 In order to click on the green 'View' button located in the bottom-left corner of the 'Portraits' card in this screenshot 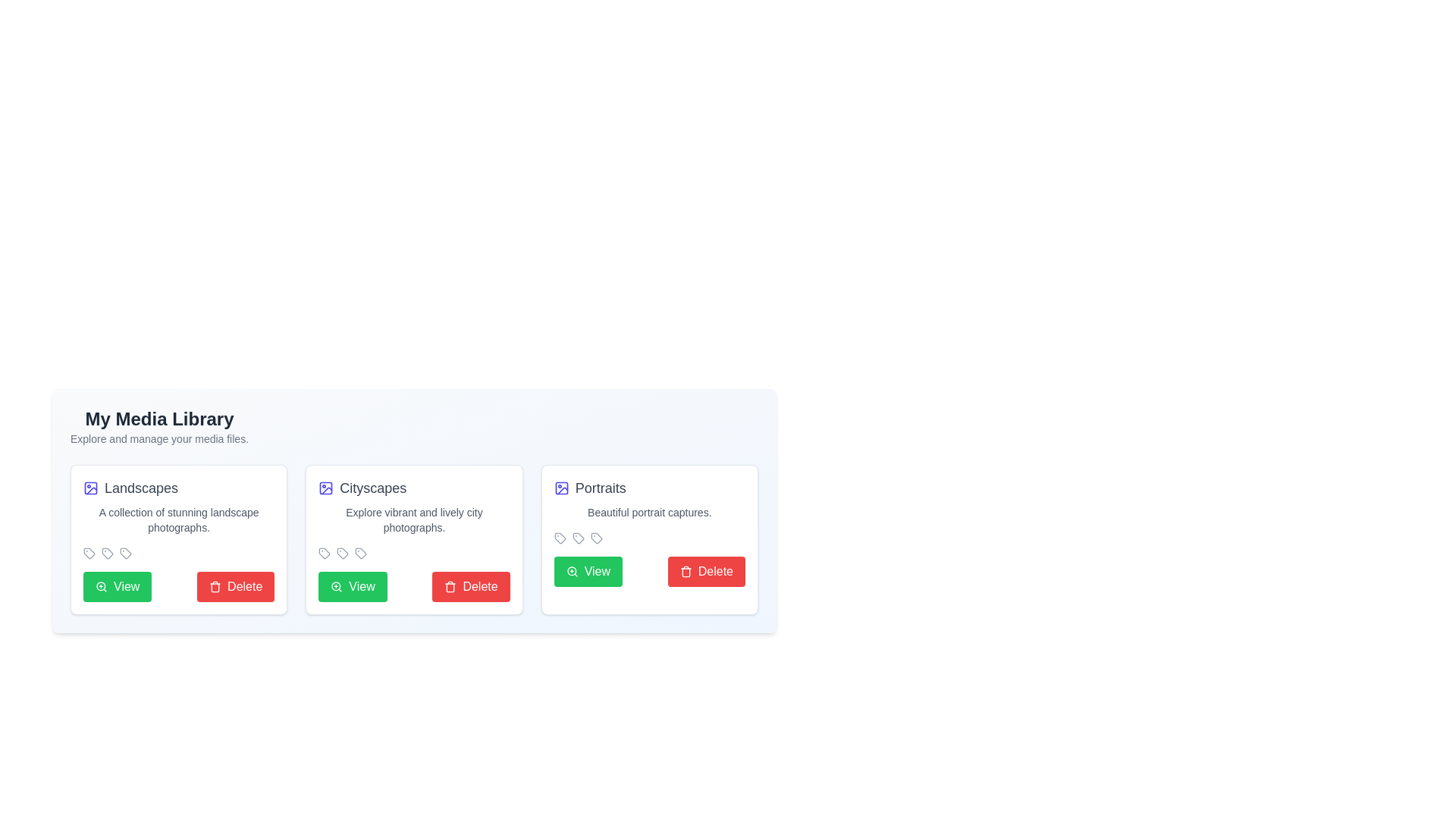, I will do `click(587, 571)`.